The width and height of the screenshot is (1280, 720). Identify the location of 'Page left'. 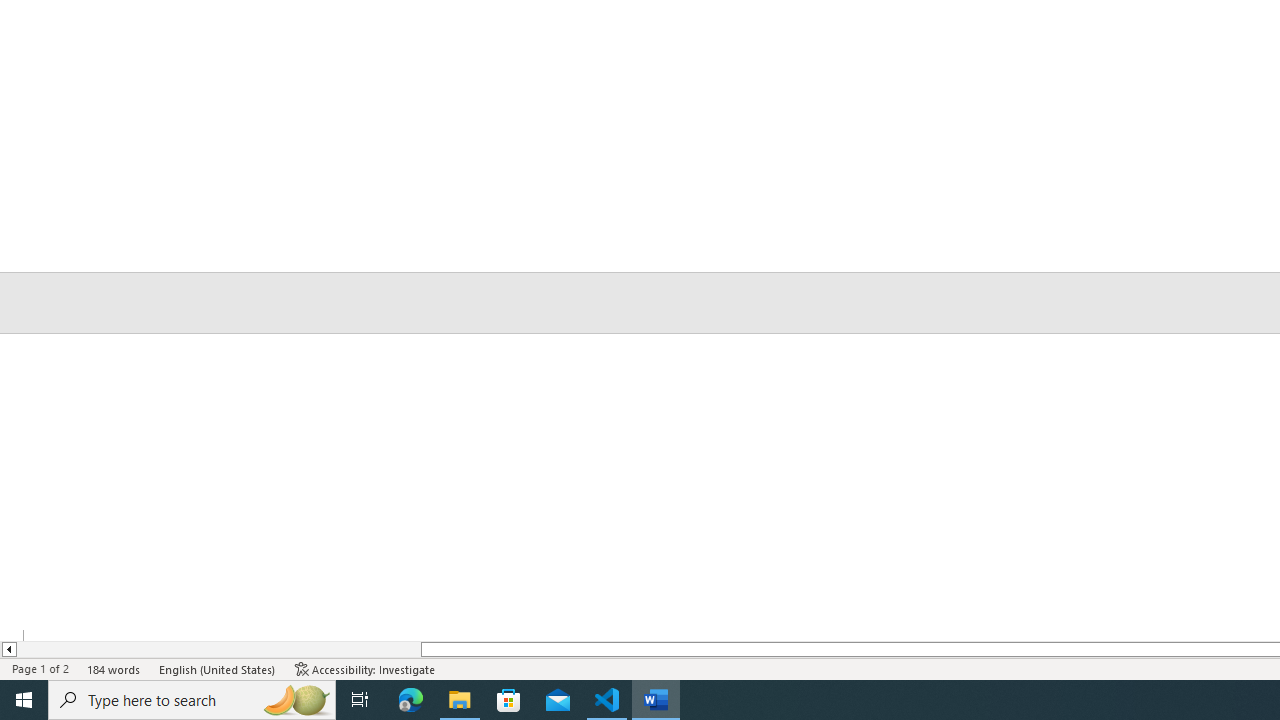
(218, 649).